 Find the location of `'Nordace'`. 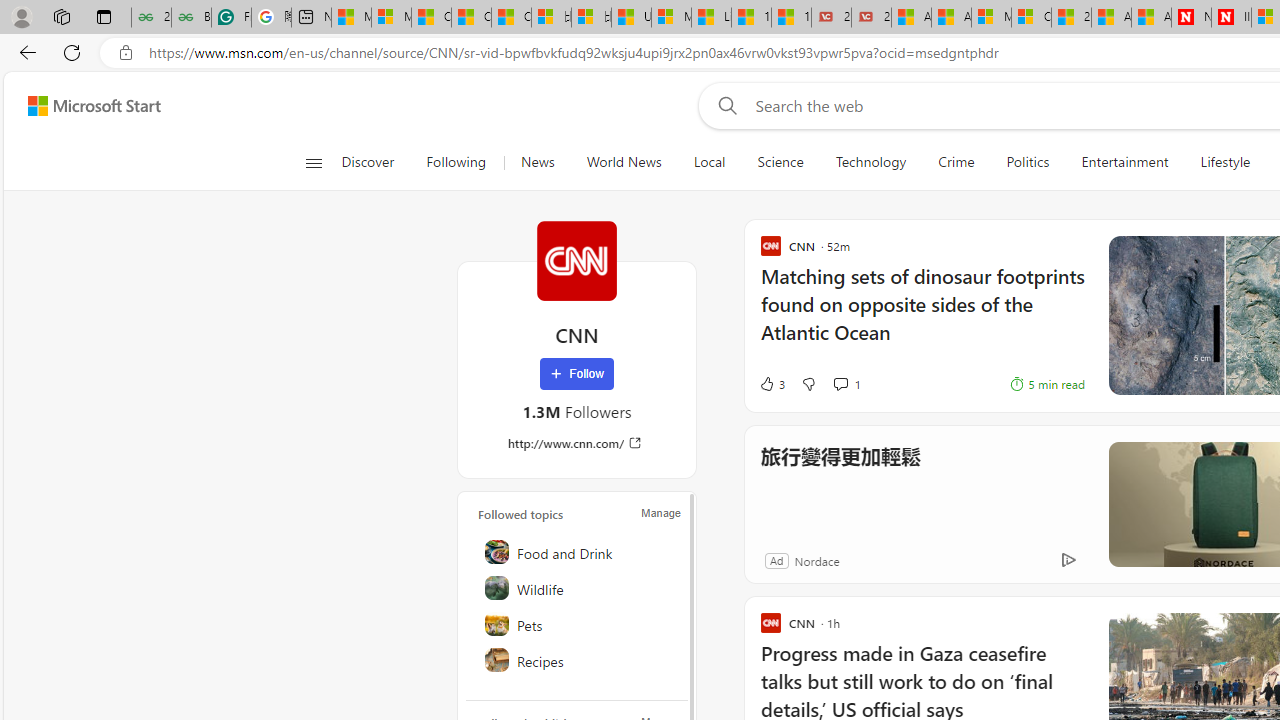

'Nordace' is located at coordinates (816, 560).